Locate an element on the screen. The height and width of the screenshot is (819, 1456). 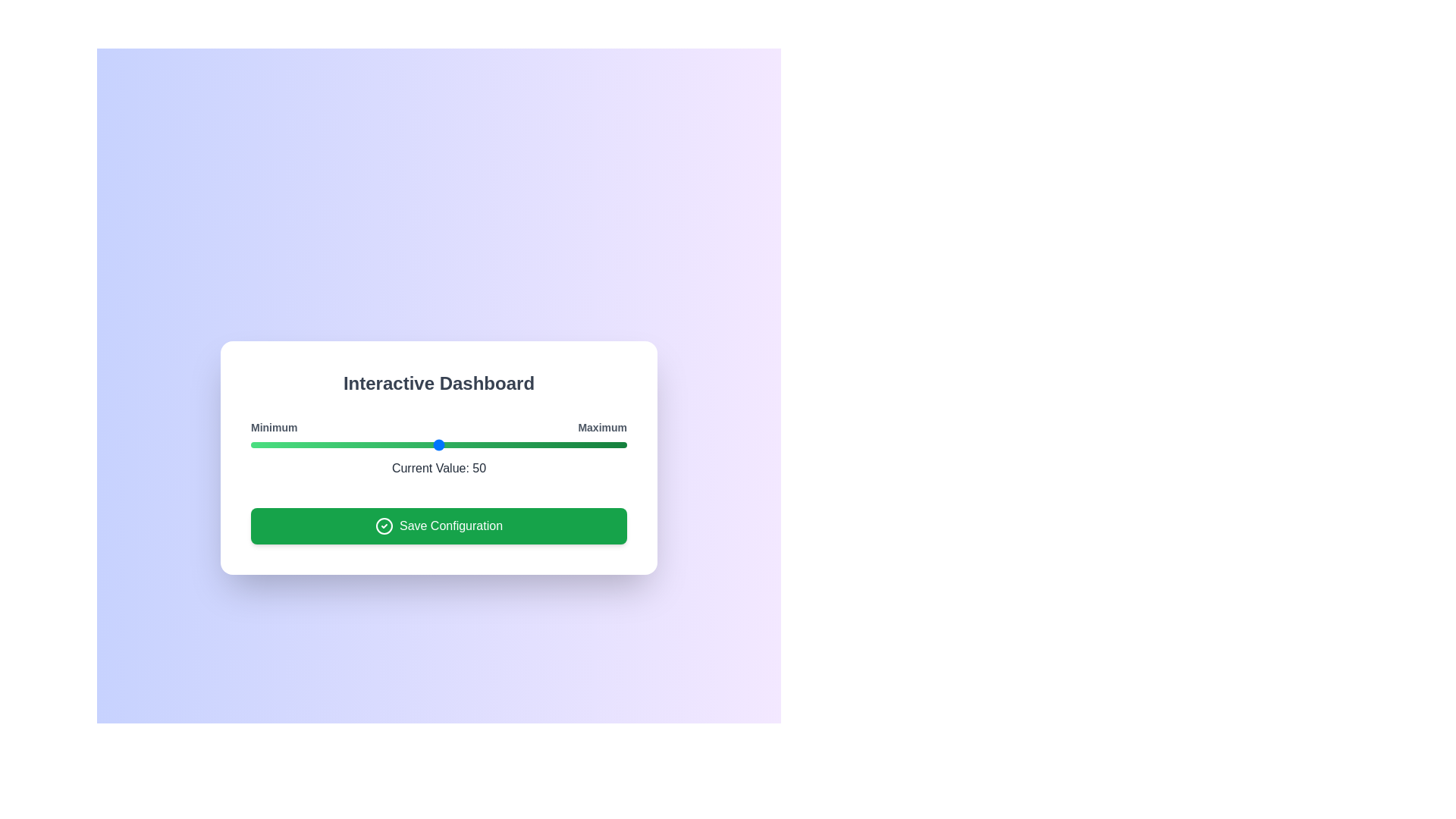
the slider to set its value to 54 is located at coordinates (453, 444).